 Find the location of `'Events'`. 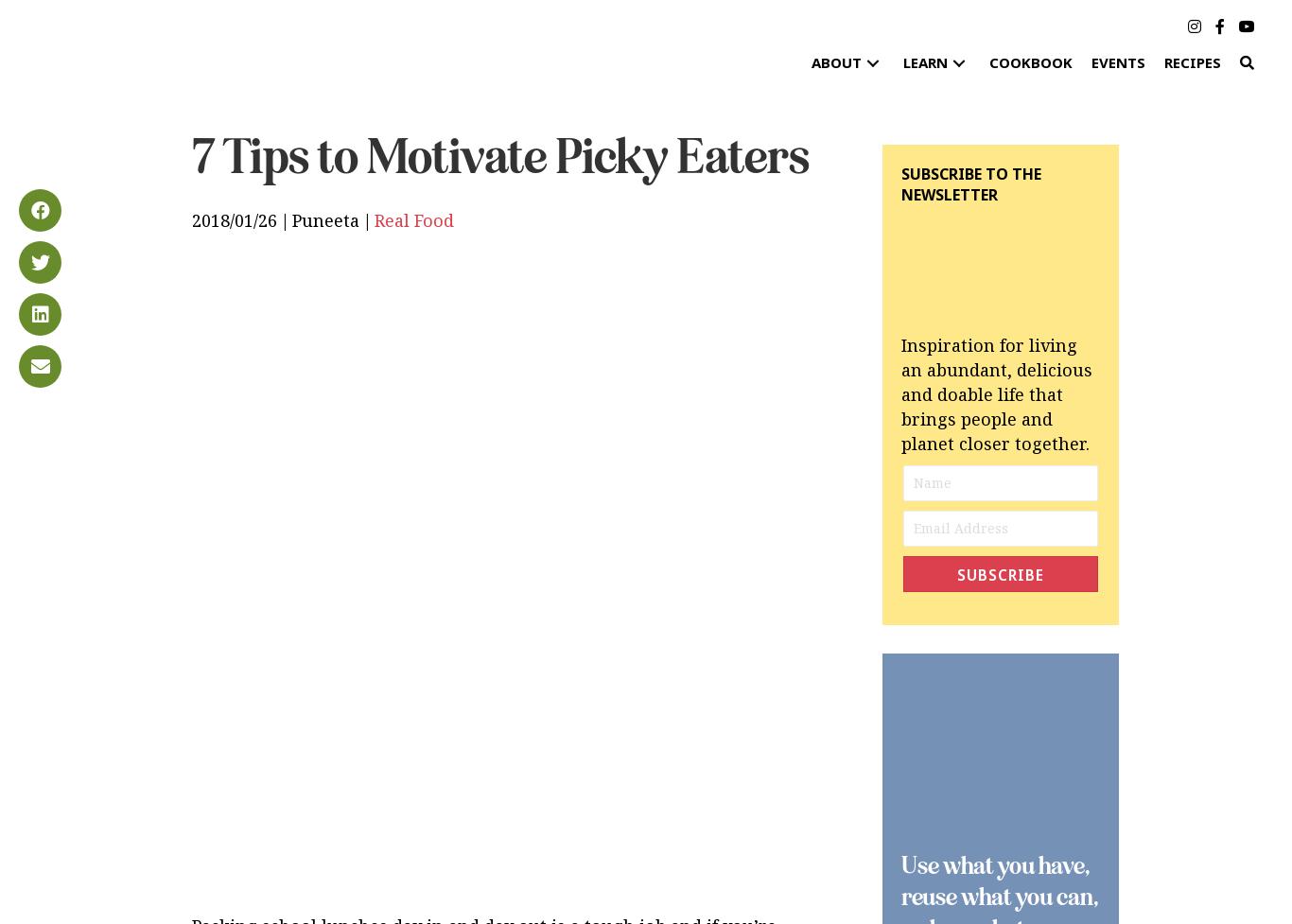

'Events' is located at coordinates (1118, 62).